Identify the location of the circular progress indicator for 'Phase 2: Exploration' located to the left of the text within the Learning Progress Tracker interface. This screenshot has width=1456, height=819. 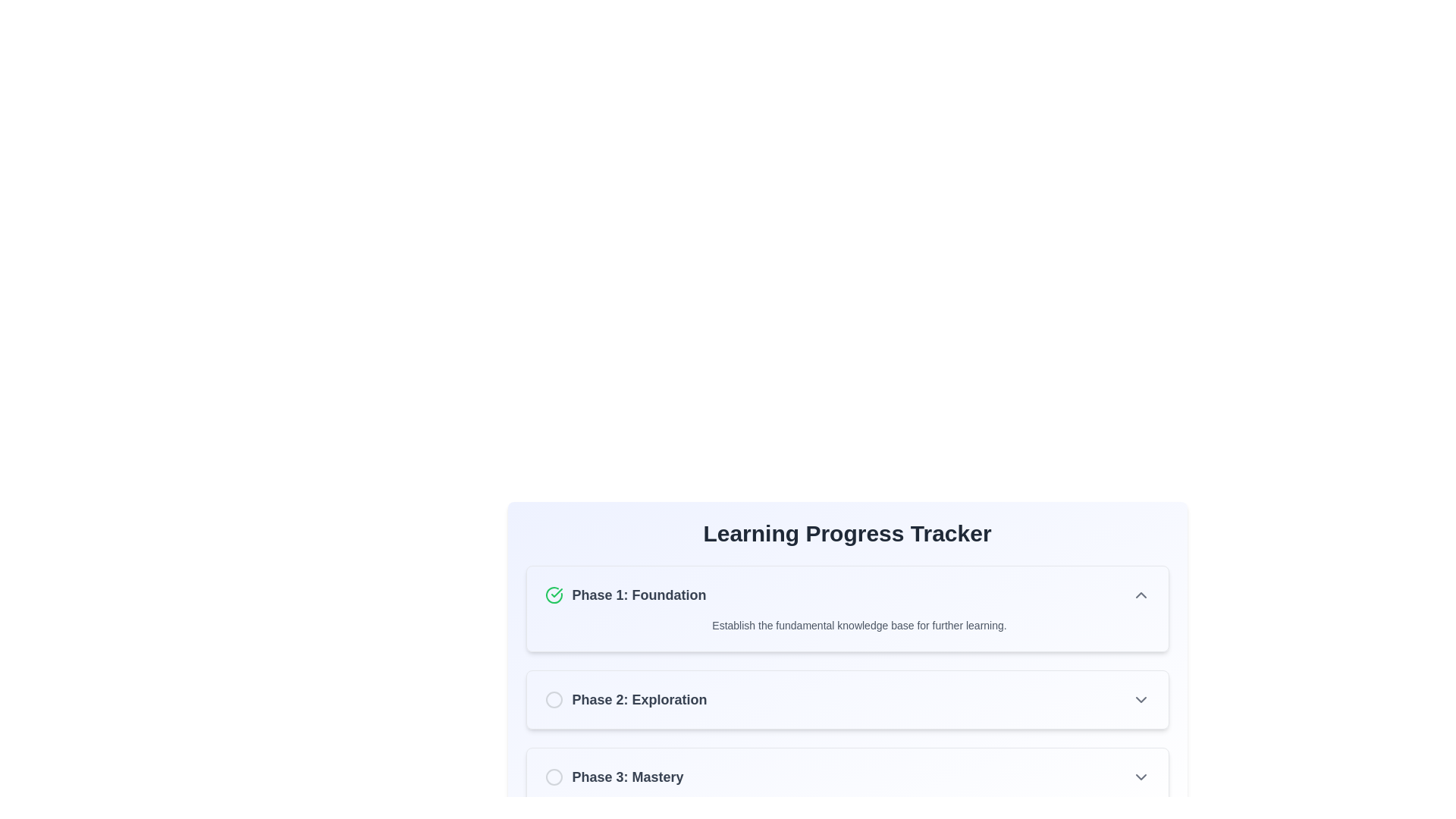
(553, 699).